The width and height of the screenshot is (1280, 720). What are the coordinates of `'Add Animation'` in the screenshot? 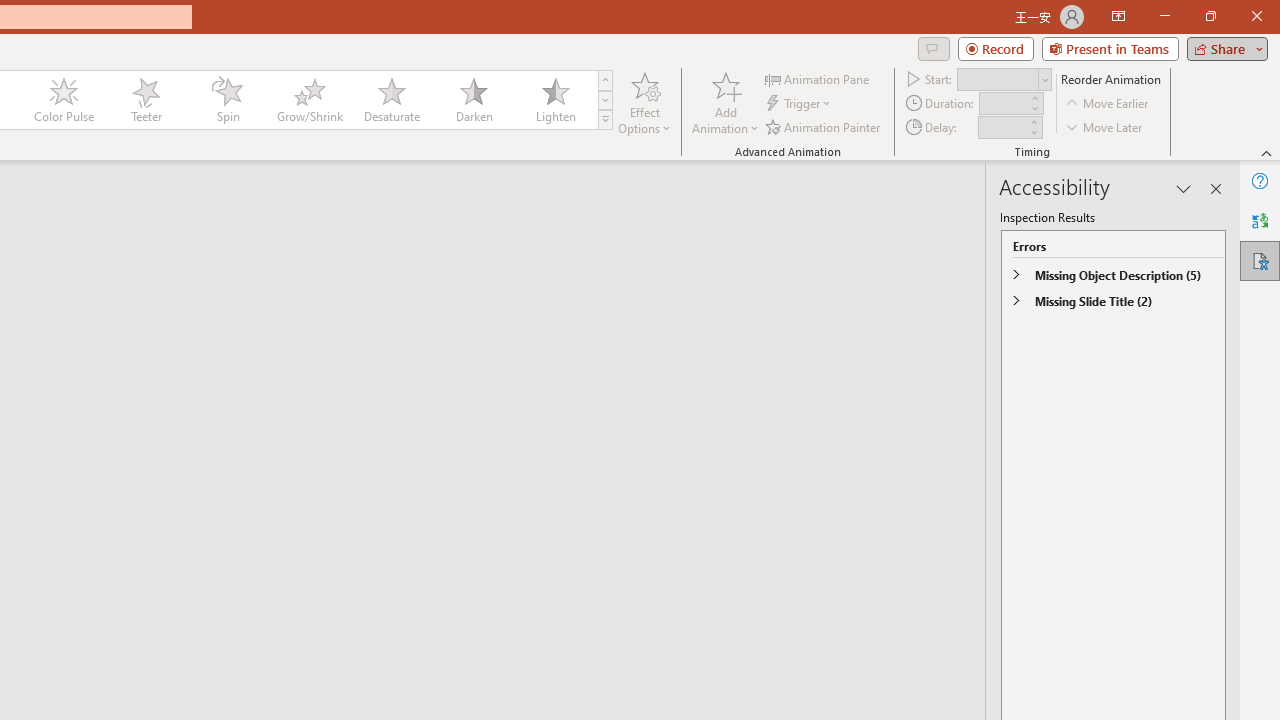 It's located at (724, 103).